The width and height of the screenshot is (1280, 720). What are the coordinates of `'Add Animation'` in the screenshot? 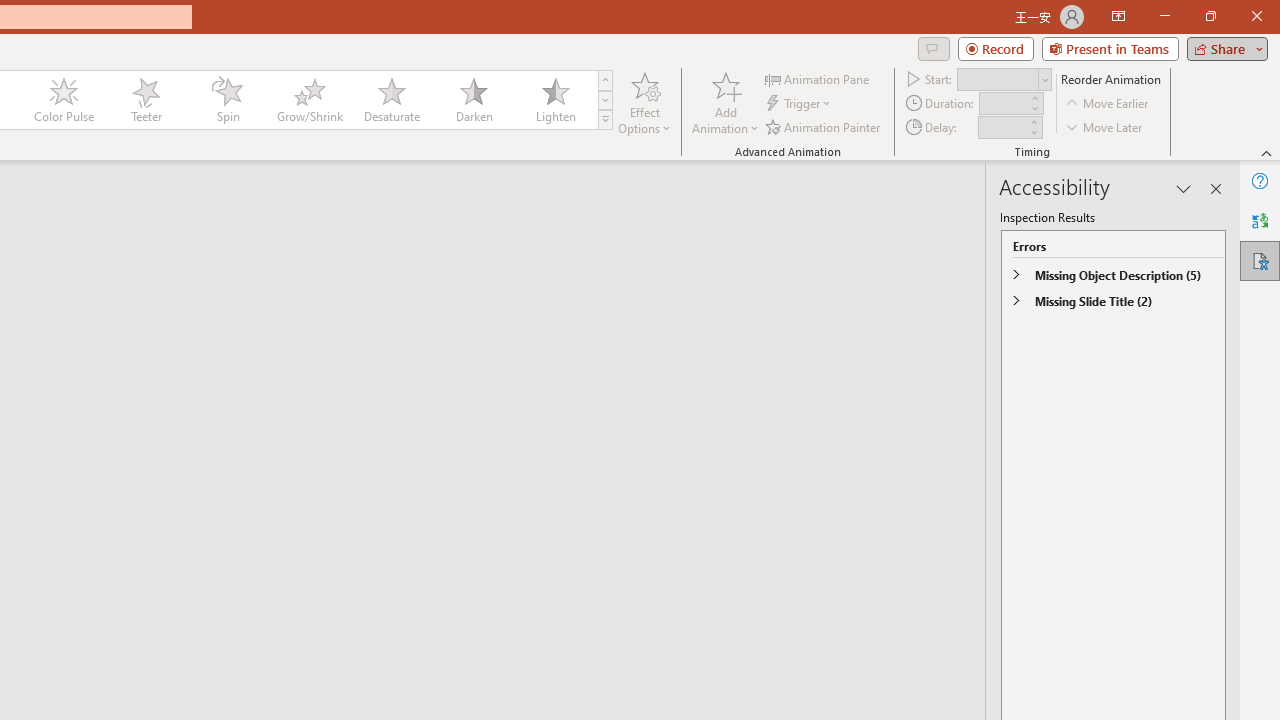 It's located at (724, 103).